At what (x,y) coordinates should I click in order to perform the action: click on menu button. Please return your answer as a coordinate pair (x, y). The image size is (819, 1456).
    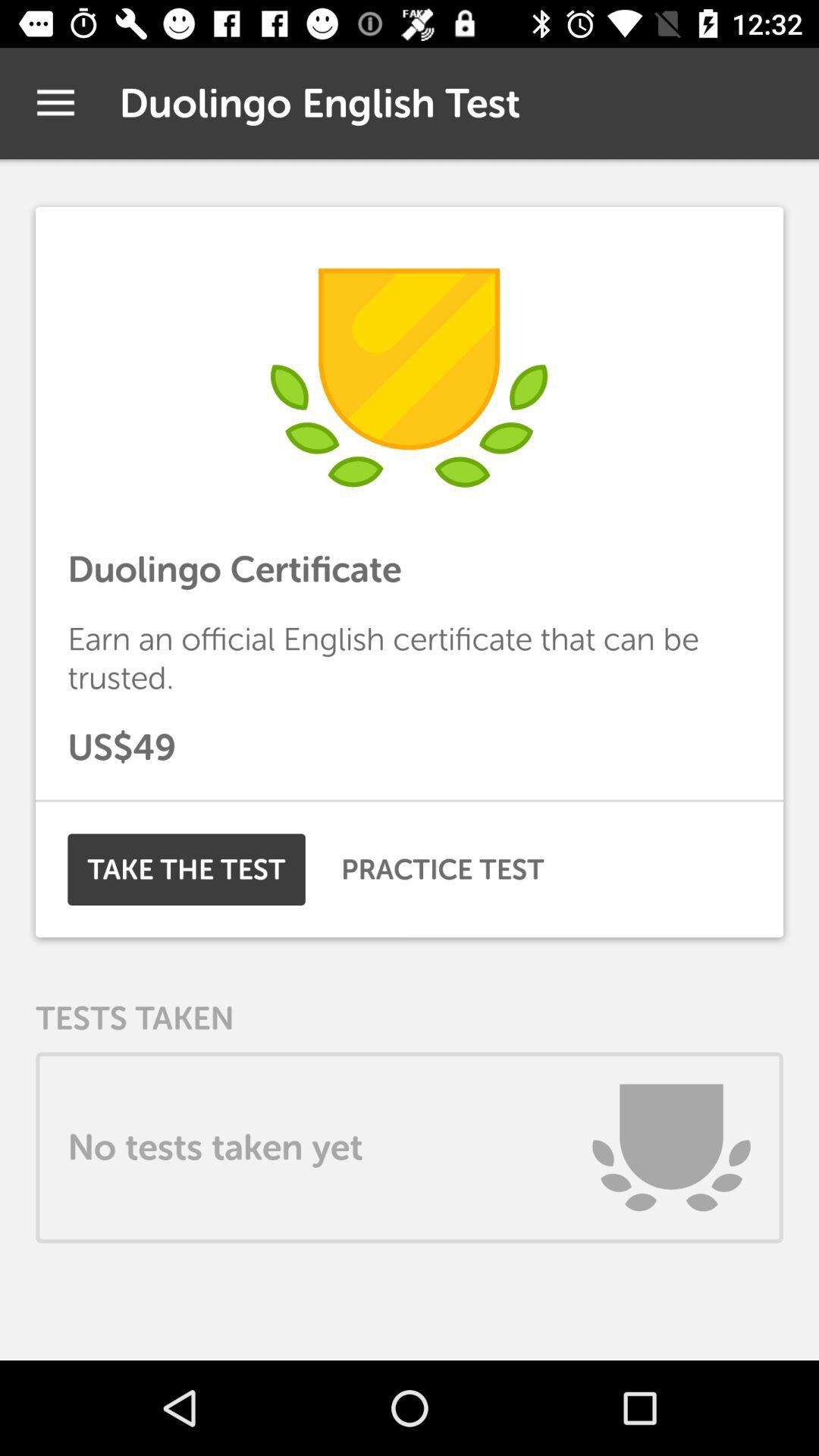
    Looking at the image, I should click on (55, 102).